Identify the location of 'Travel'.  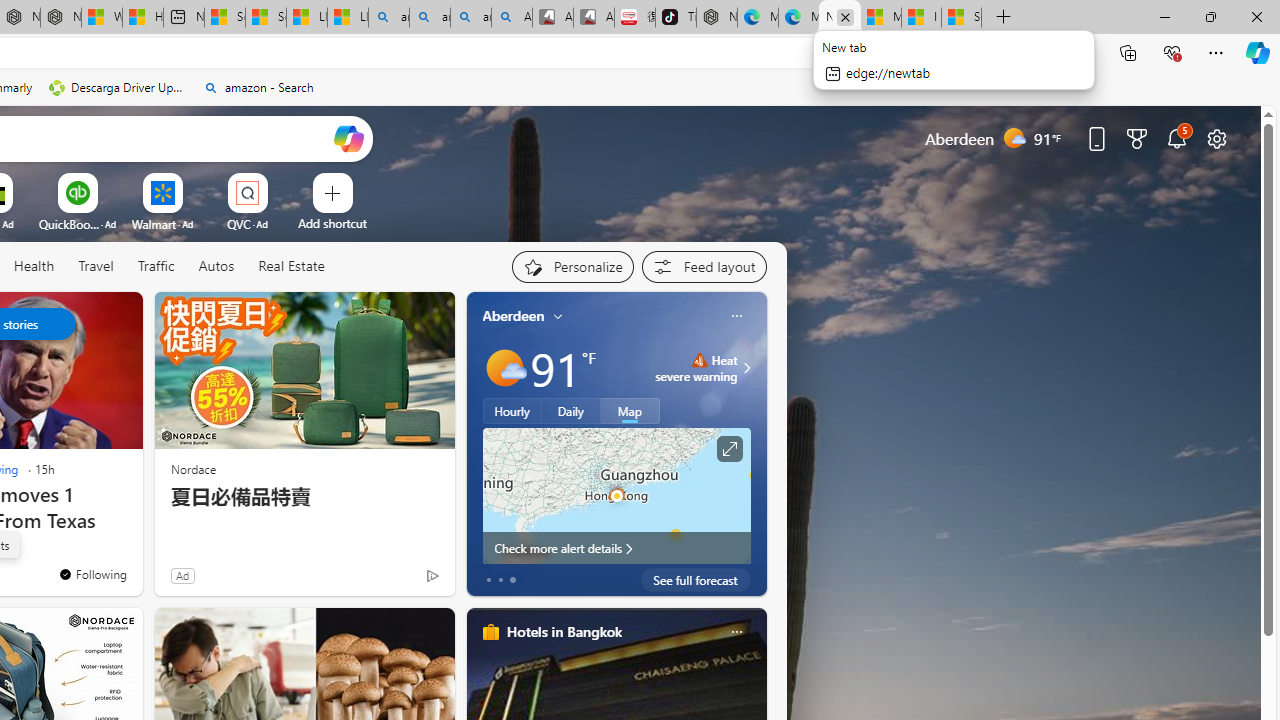
(95, 265).